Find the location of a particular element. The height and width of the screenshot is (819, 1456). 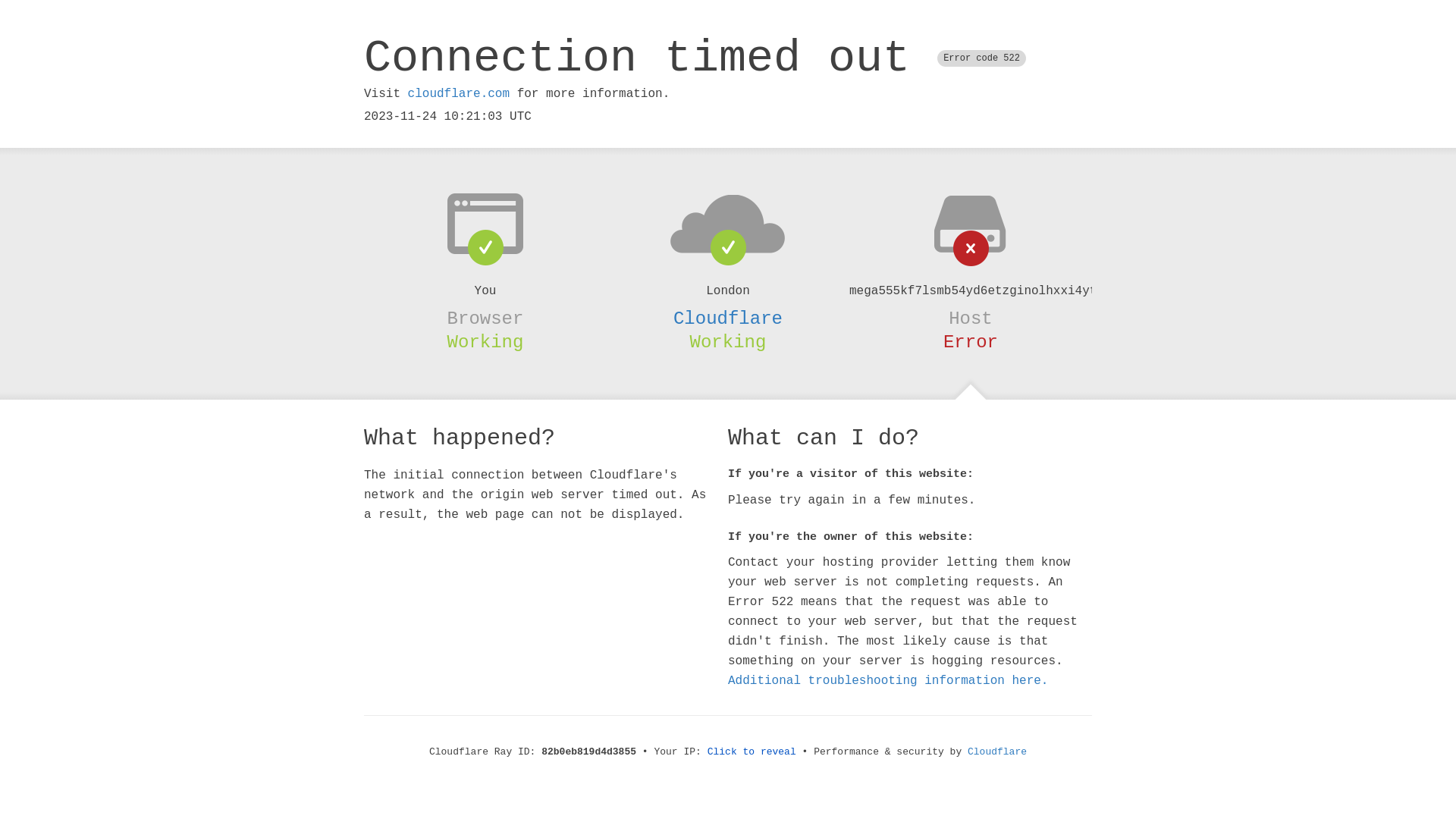

'Additional troubleshooting information here.' is located at coordinates (888, 680).